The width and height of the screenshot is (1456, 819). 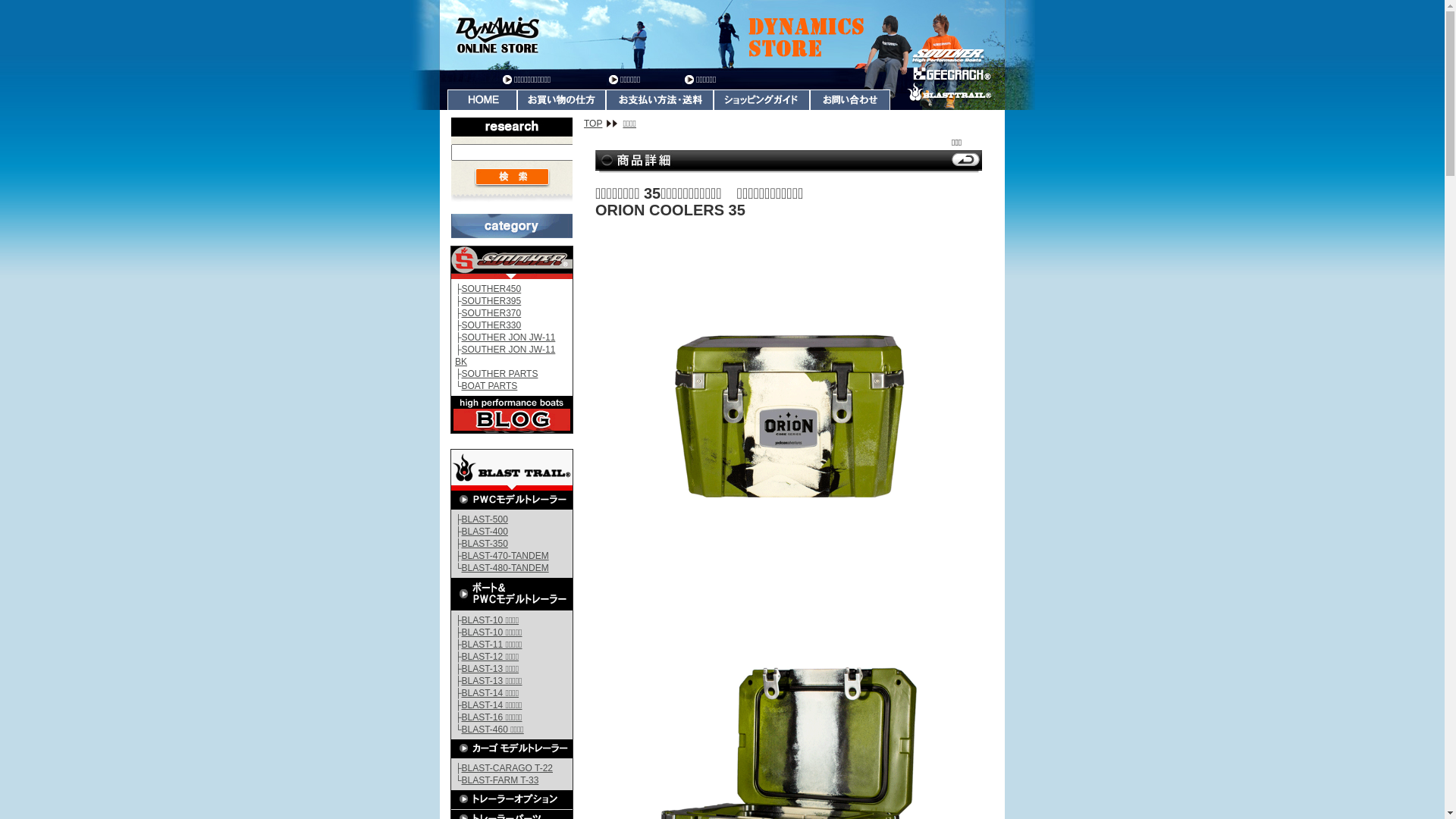 I want to click on 'SOUTHER370', so click(x=491, y=312).